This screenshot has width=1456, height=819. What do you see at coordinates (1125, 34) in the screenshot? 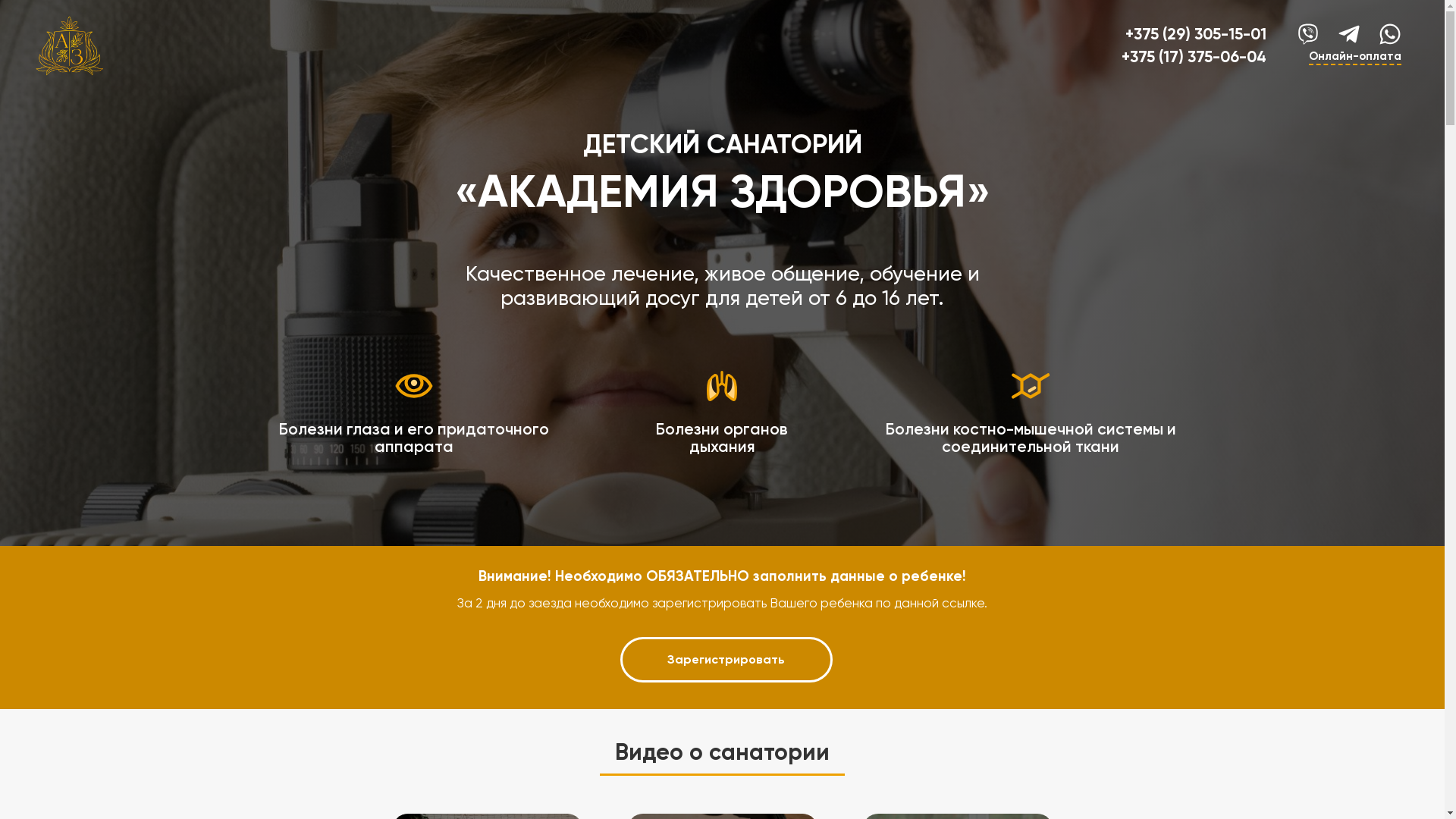
I see `'+375 (29) 305-15-01'` at bounding box center [1125, 34].